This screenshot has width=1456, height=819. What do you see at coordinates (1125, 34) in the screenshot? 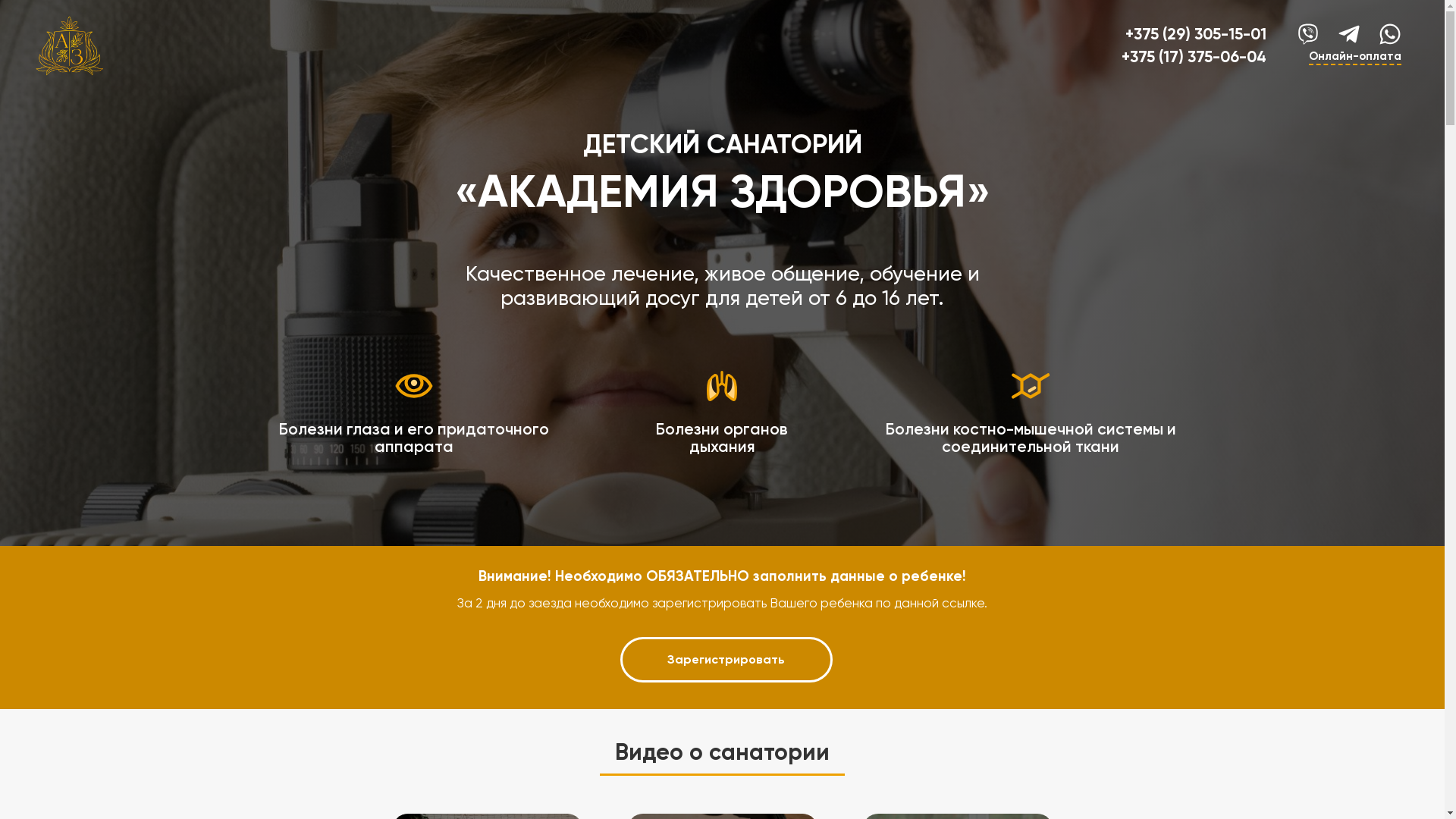
I see `'+375 (29) 305-15-01'` at bounding box center [1125, 34].